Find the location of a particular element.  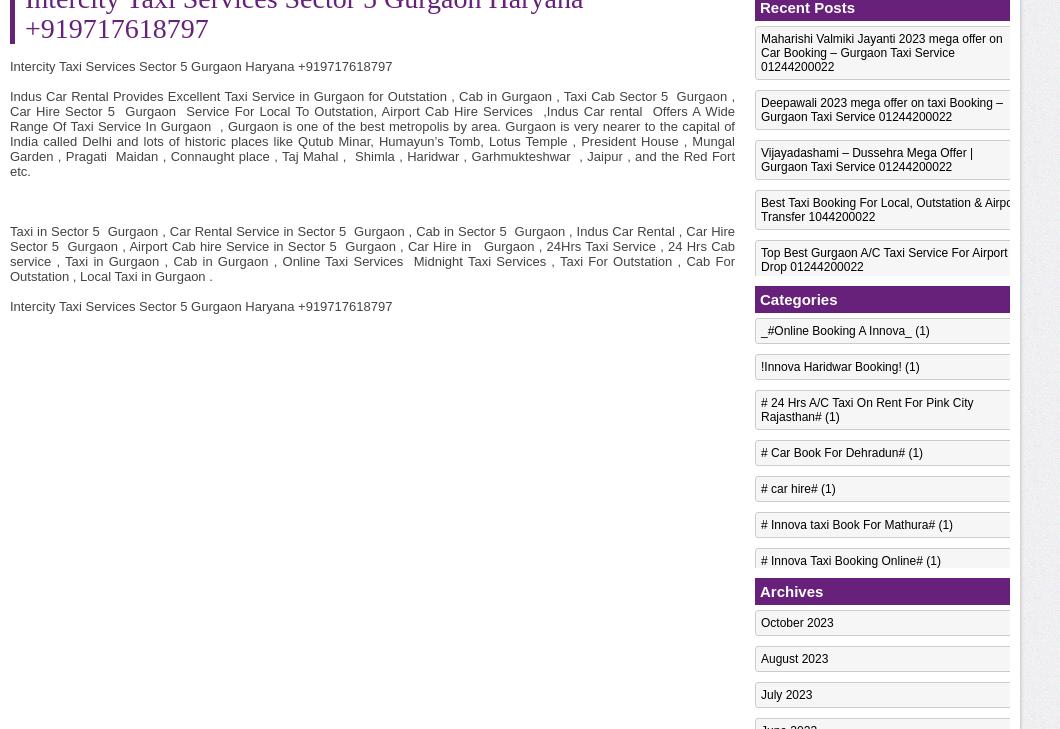

'# car hire#' is located at coordinates (787, 489).